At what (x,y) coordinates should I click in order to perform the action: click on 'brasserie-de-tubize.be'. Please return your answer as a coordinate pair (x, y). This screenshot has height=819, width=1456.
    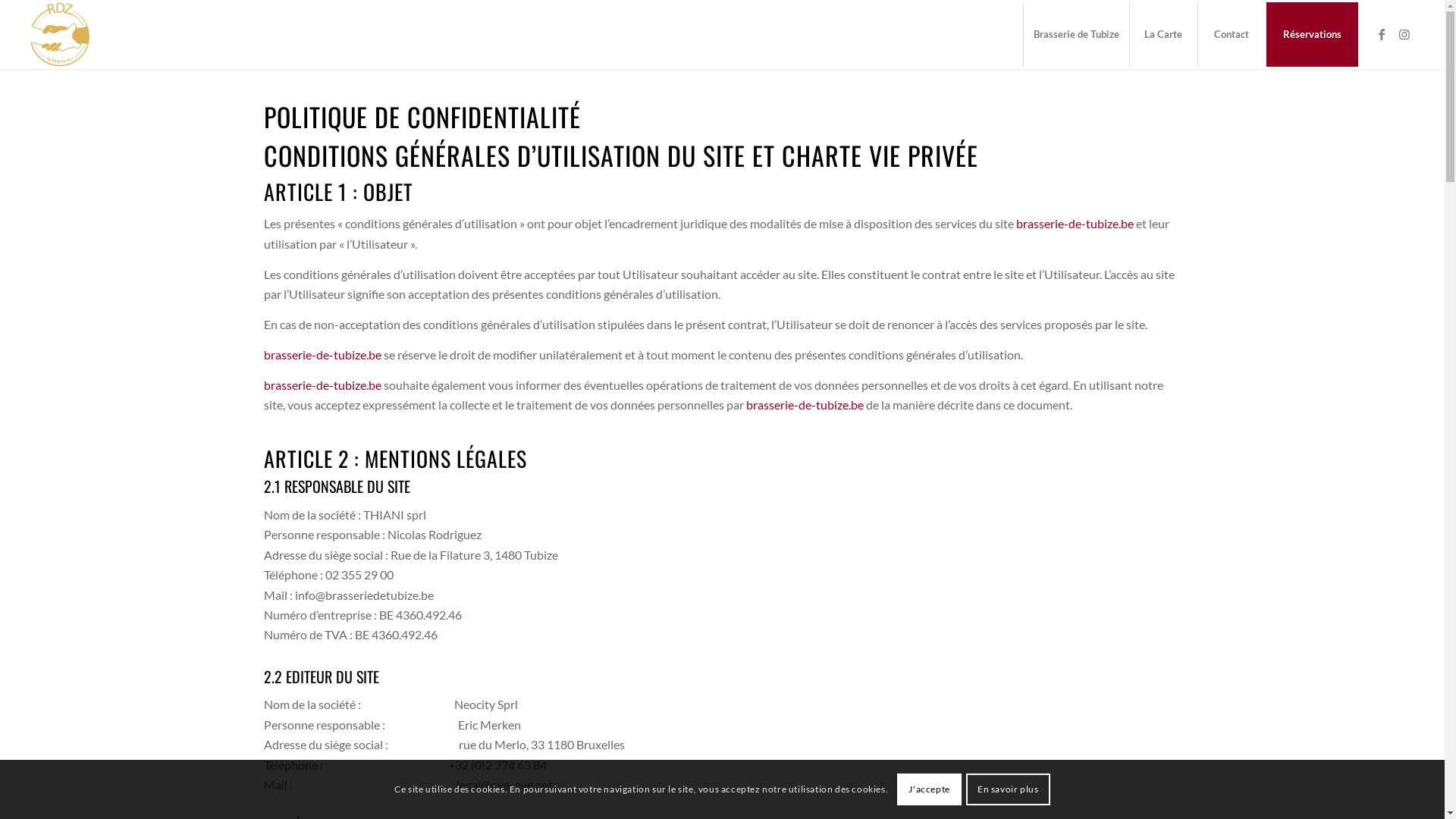
    Looking at the image, I should click on (1074, 223).